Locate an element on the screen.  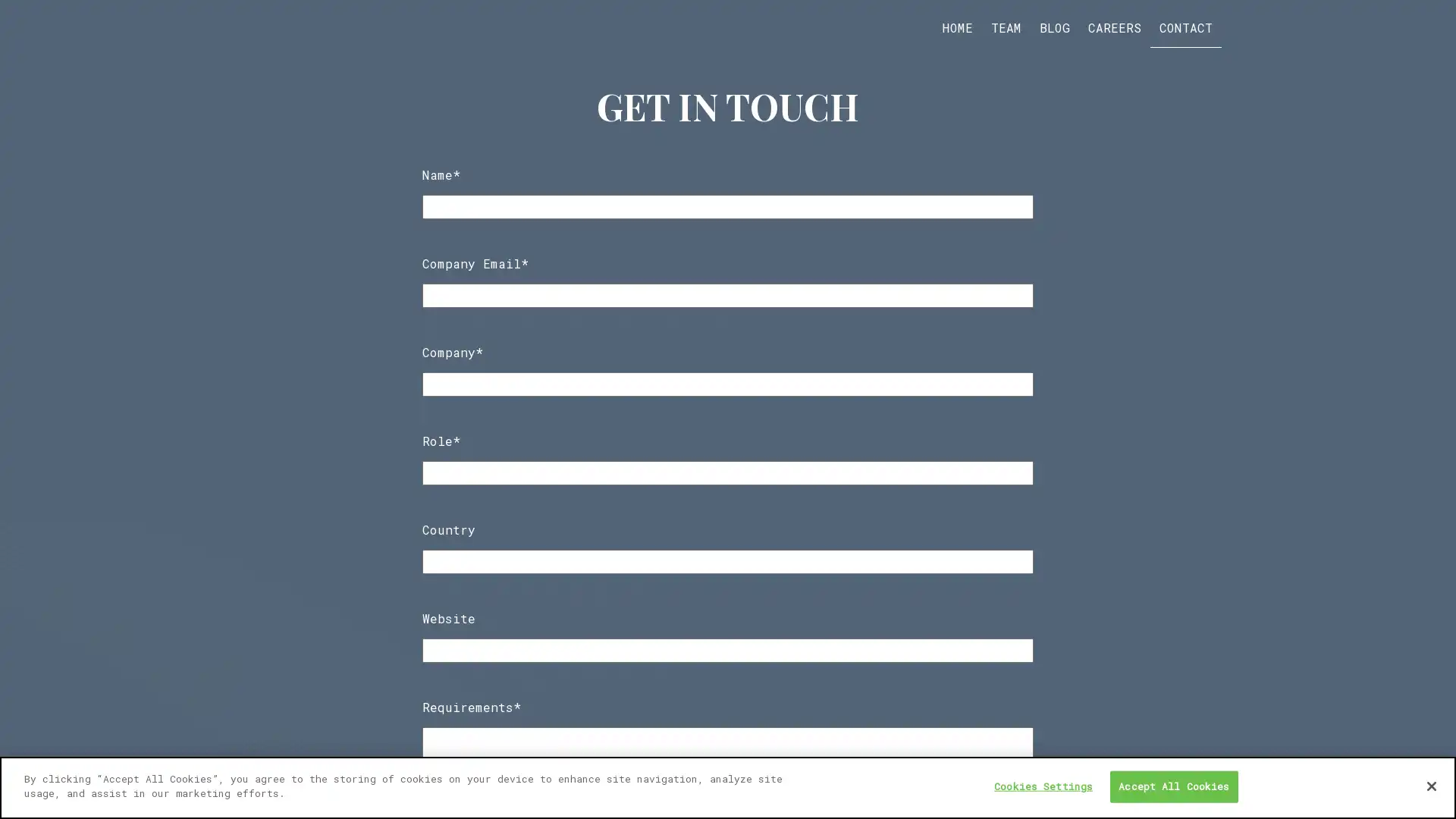
Accept All Cookies is located at coordinates (1172, 786).